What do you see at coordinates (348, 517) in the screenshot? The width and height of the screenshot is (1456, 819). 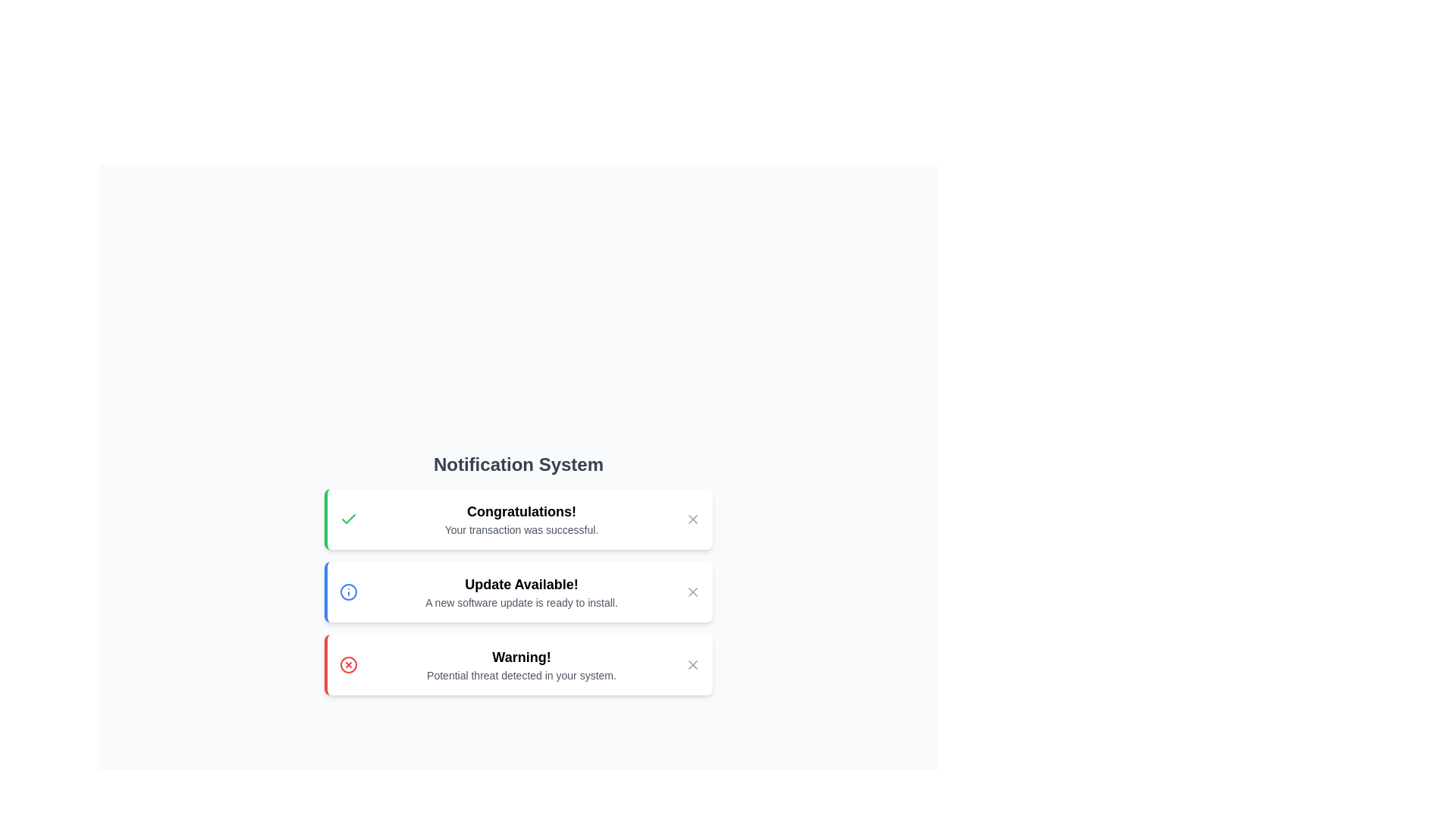 I see `the green checkmark icon that is part of the notification card titled 'Congratulations!' located at the top of a vertical stack of cards` at bounding box center [348, 517].